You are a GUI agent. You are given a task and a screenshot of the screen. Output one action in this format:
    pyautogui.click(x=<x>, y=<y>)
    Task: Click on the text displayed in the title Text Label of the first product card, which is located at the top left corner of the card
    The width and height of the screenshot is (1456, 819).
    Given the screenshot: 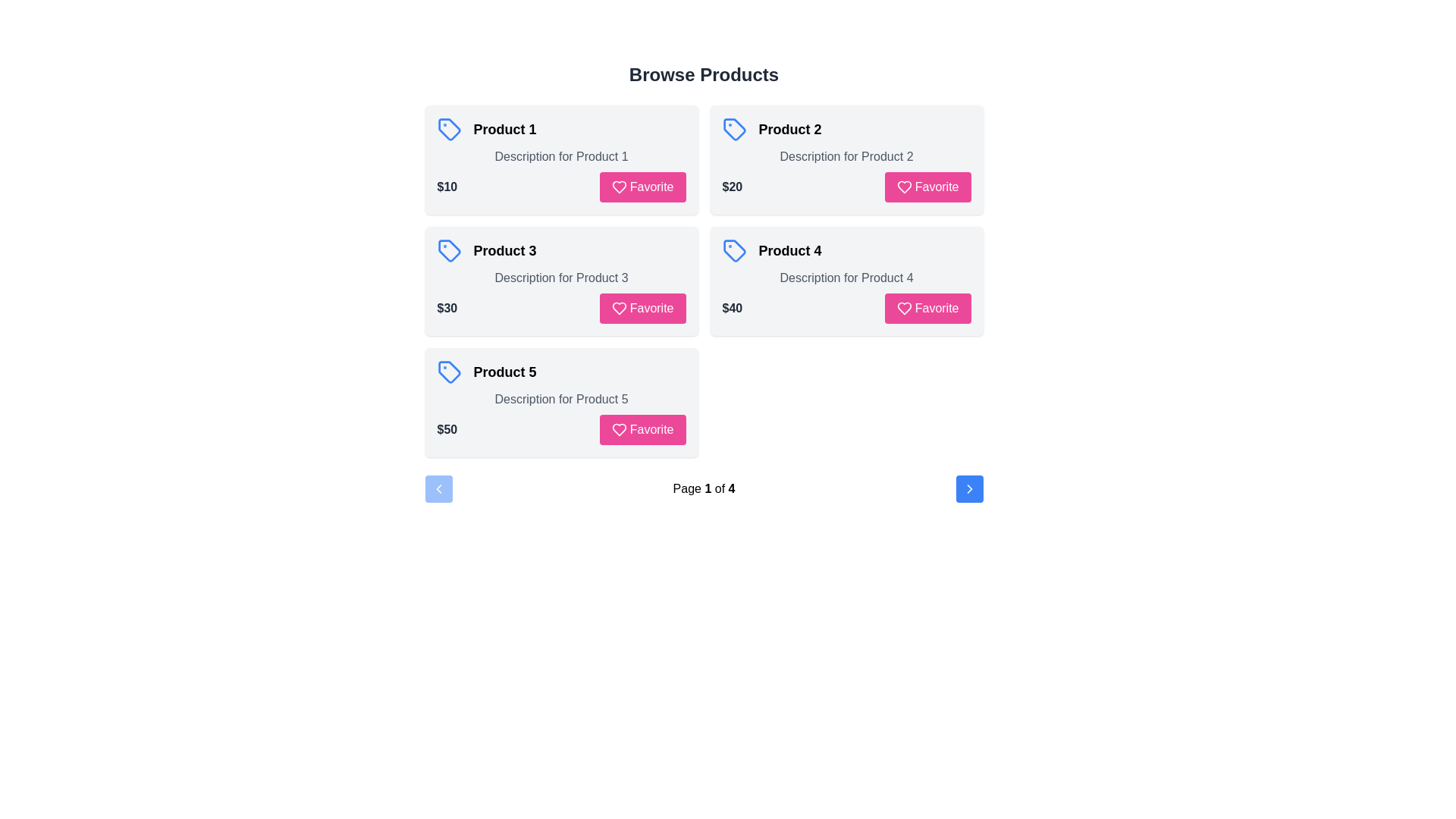 What is the action you would take?
    pyautogui.click(x=505, y=128)
    